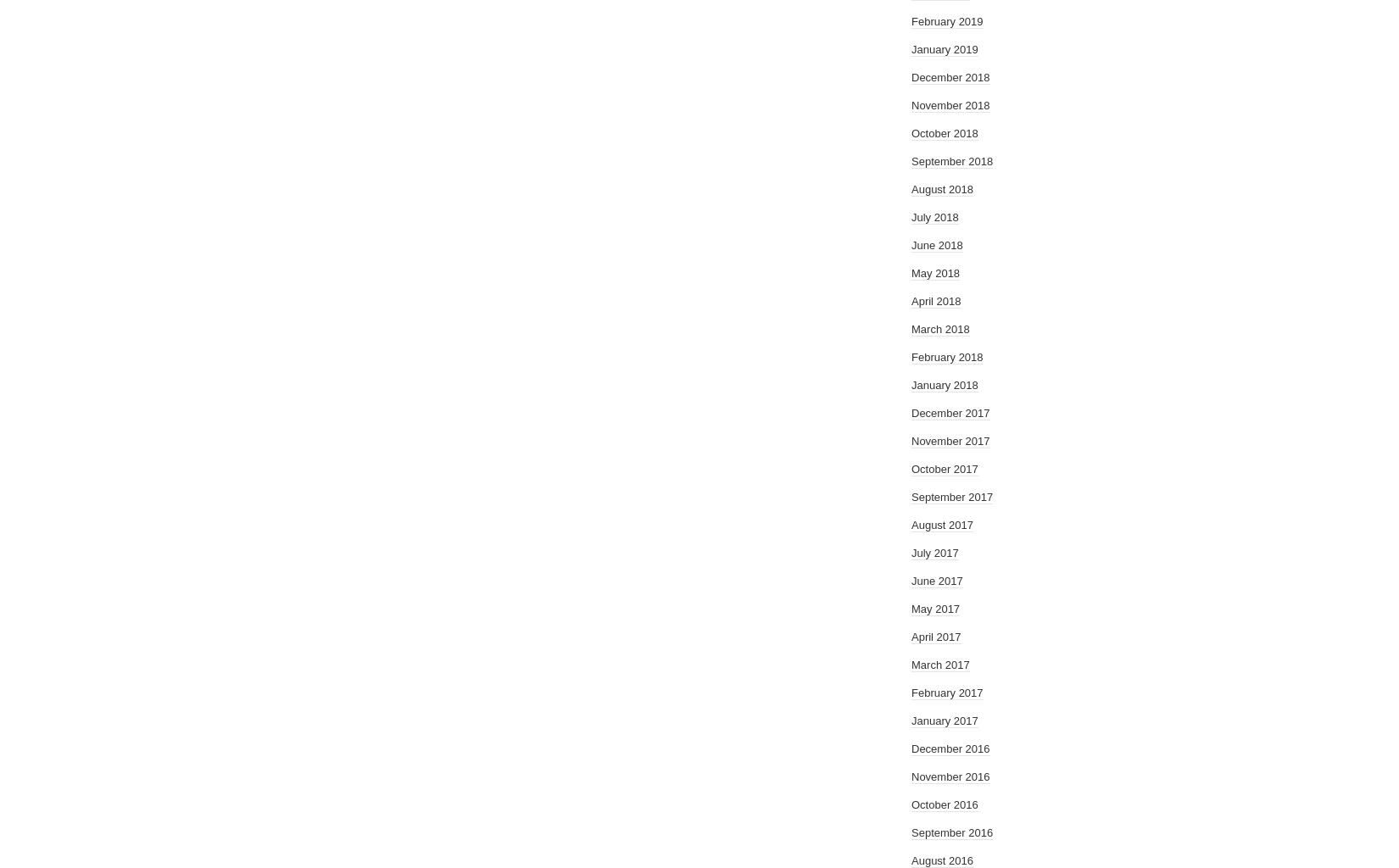  Describe the element at coordinates (945, 385) in the screenshot. I see `'January 2018'` at that location.